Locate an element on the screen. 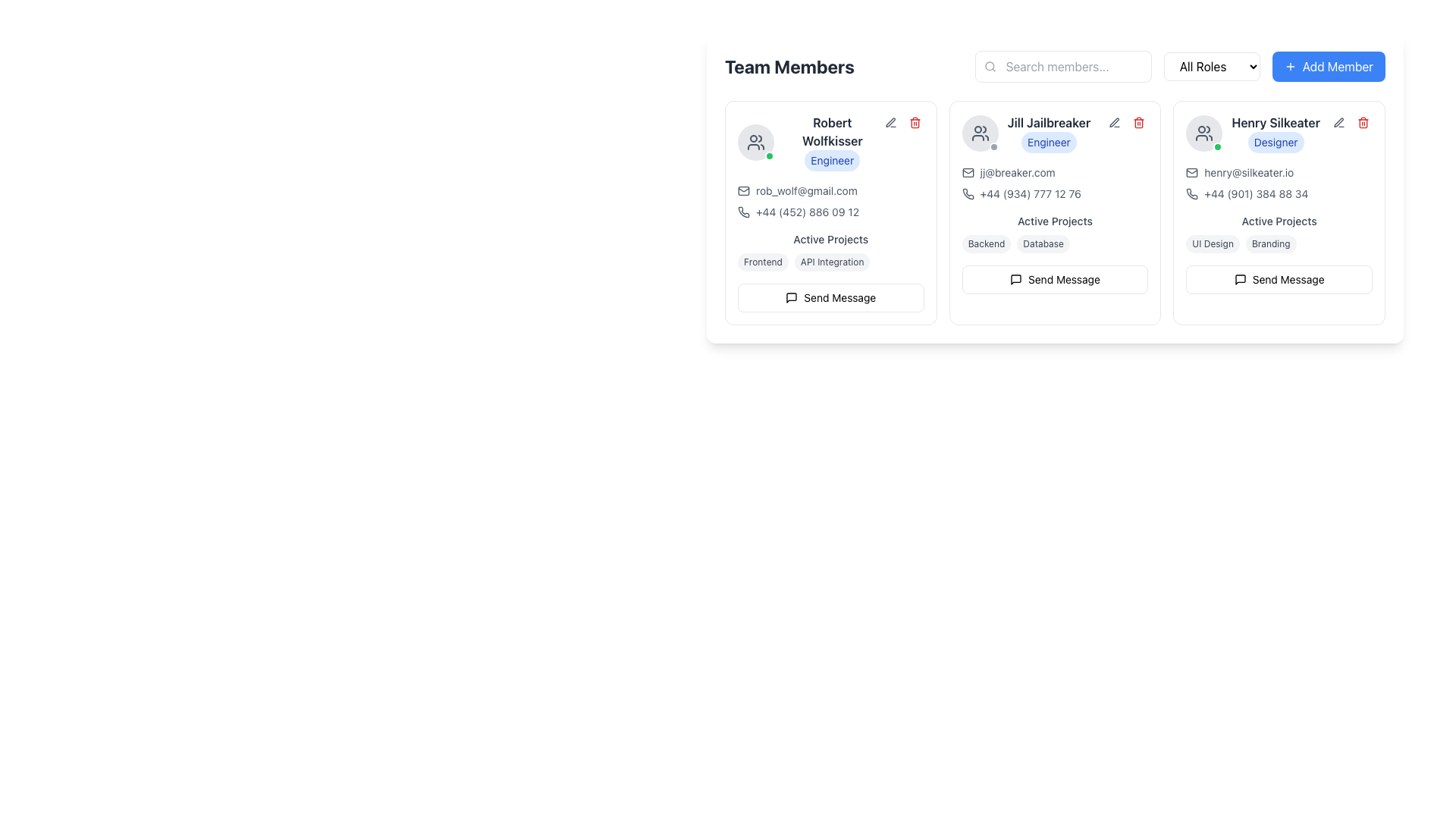  the name 'Jill Jailbreaker' or the role 'Engineer' in the profile section is located at coordinates (1026, 133).